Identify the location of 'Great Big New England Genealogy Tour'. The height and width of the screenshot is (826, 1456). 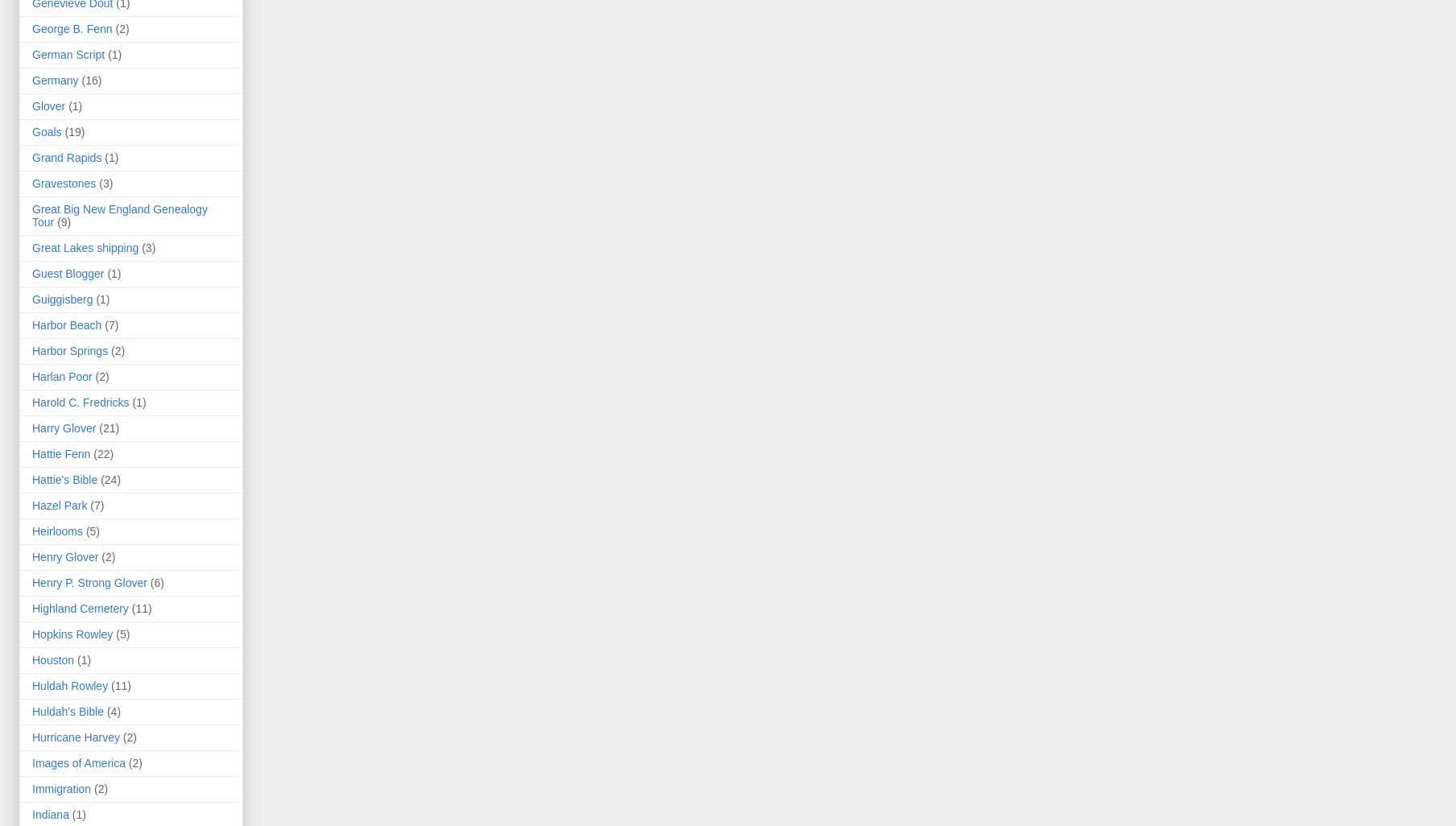
(118, 214).